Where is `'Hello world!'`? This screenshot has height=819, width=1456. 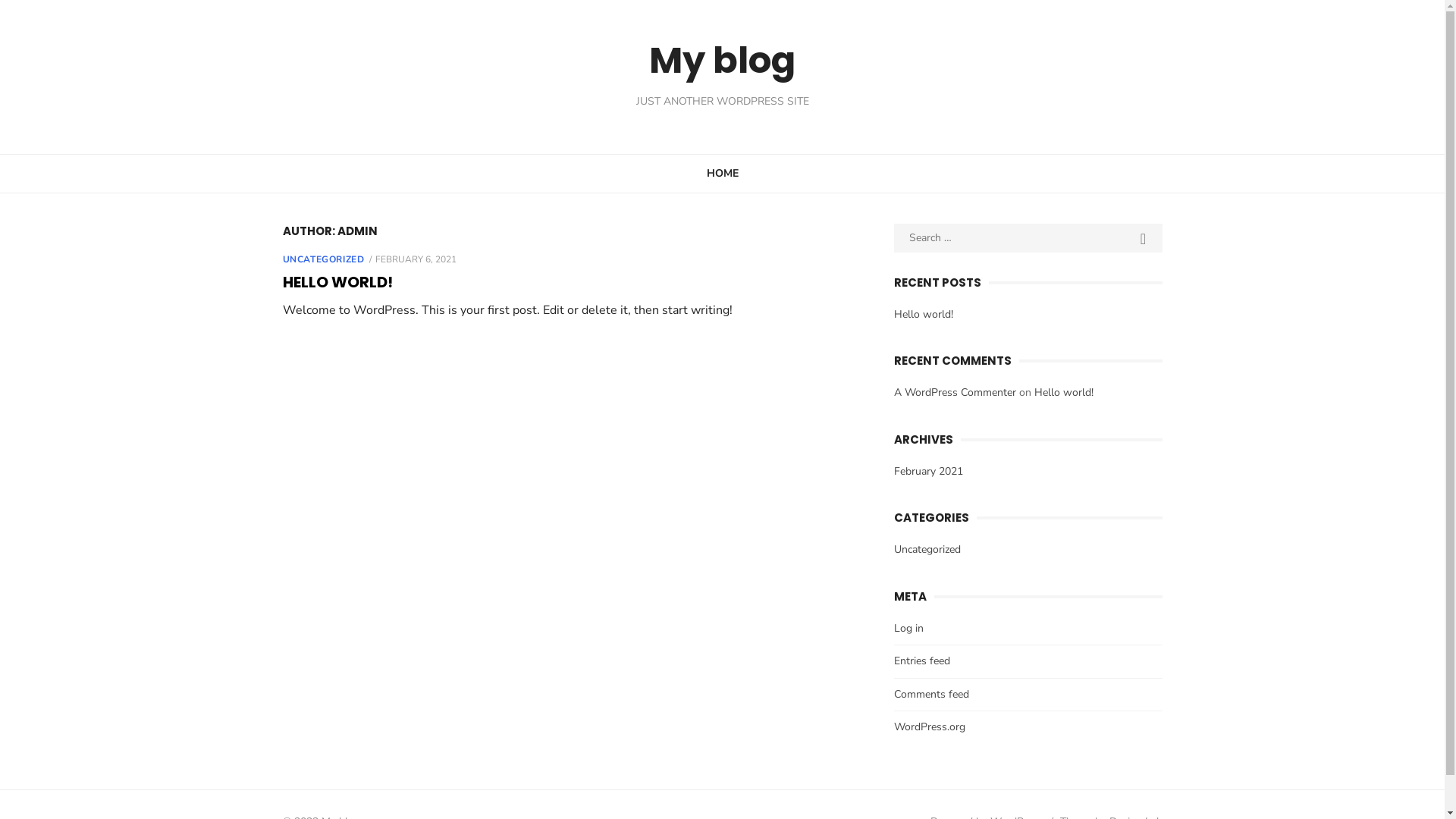
'Hello world!' is located at coordinates (923, 312).